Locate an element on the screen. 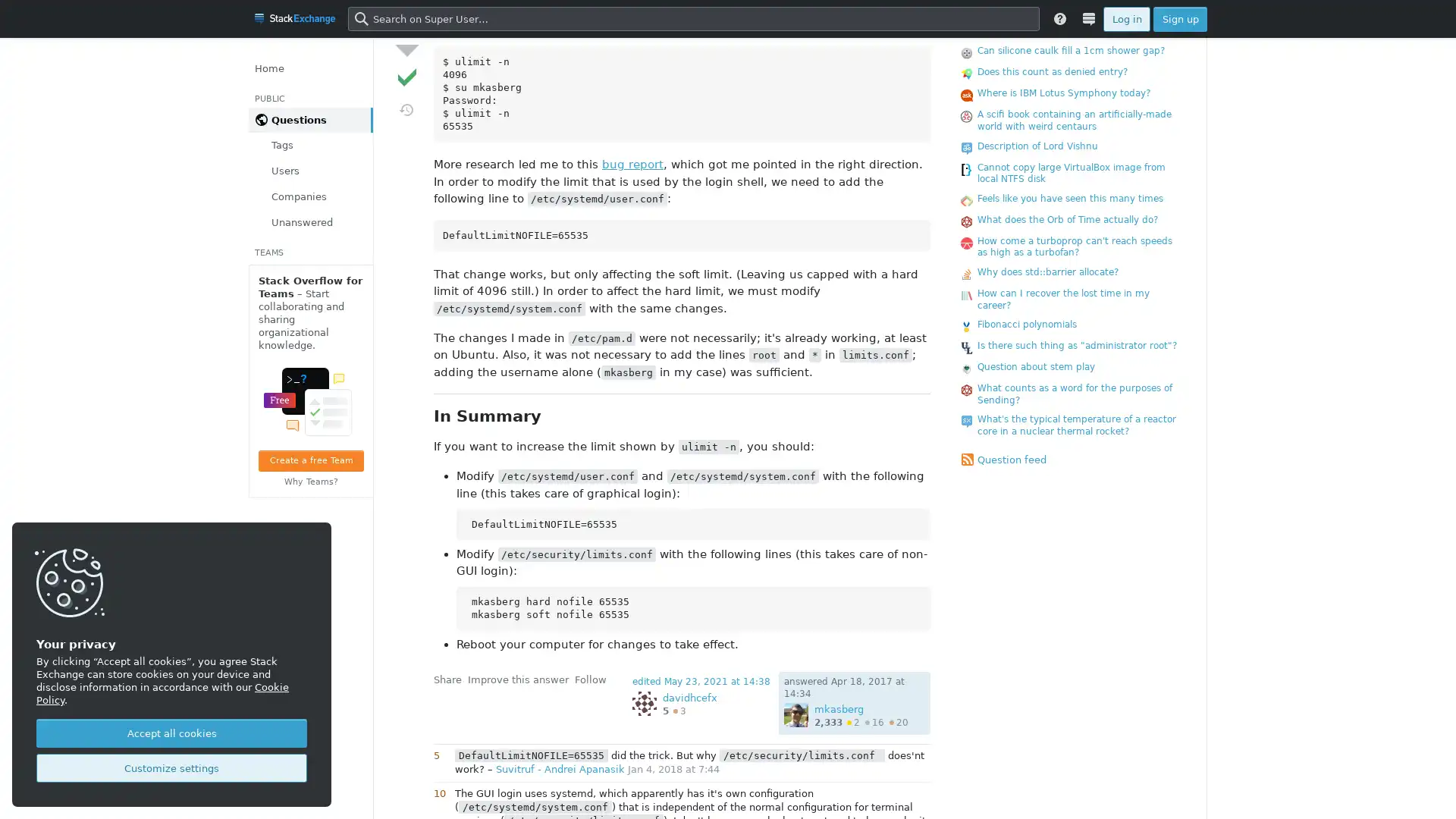 Image resolution: width=1456 pixels, height=819 pixels. Down vote is located at coordinates (406, 49).